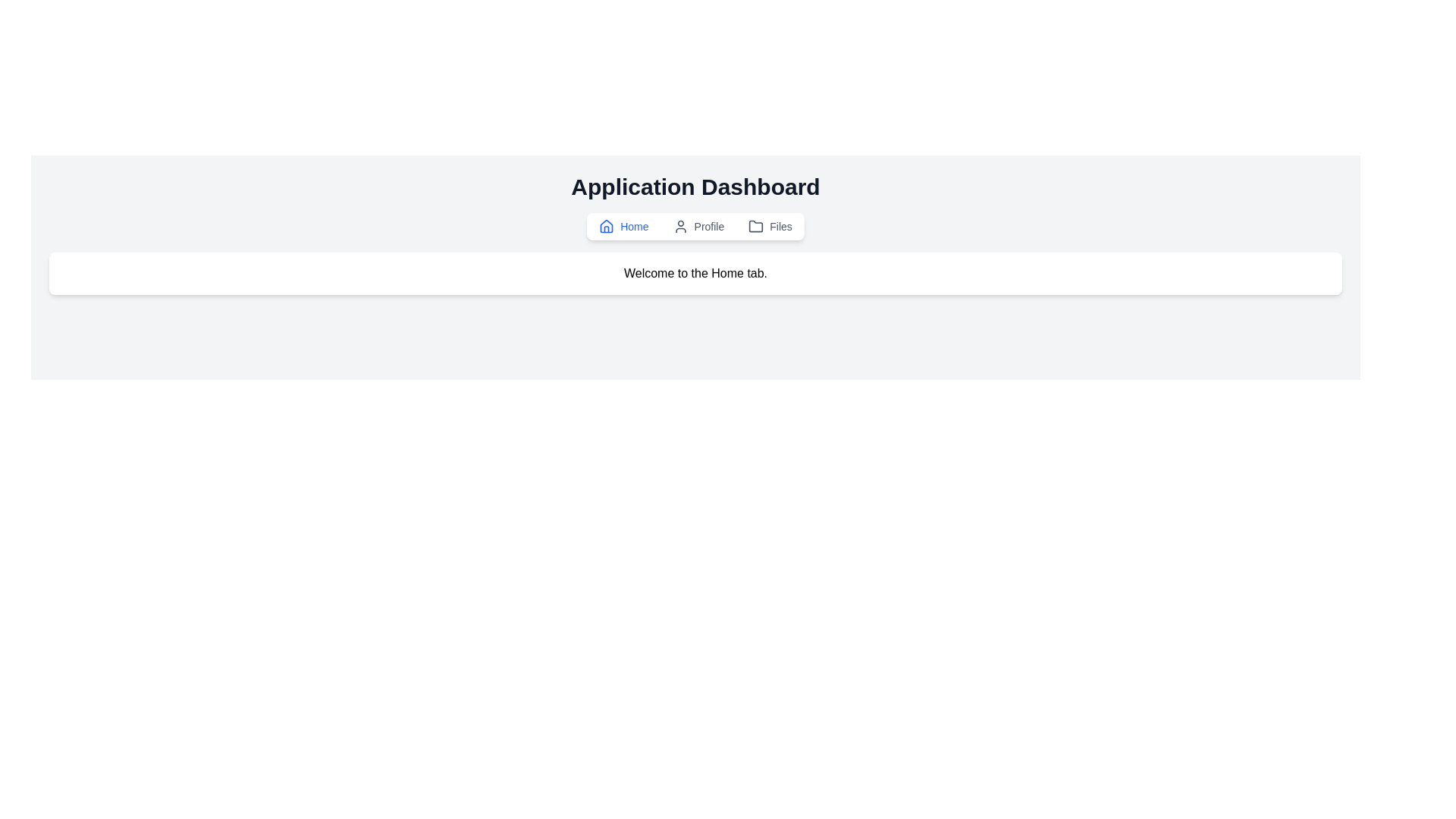 The width and height of the screenshot is (1456, 819). What do you see at coordinates (708, 227) in the screenshot?
I see `the 'Profile' text label in the navigation bar, which is styled with gray color and medium font weight, located centrally between 'Home' and 'Files'` at bounding box center [708, 227].